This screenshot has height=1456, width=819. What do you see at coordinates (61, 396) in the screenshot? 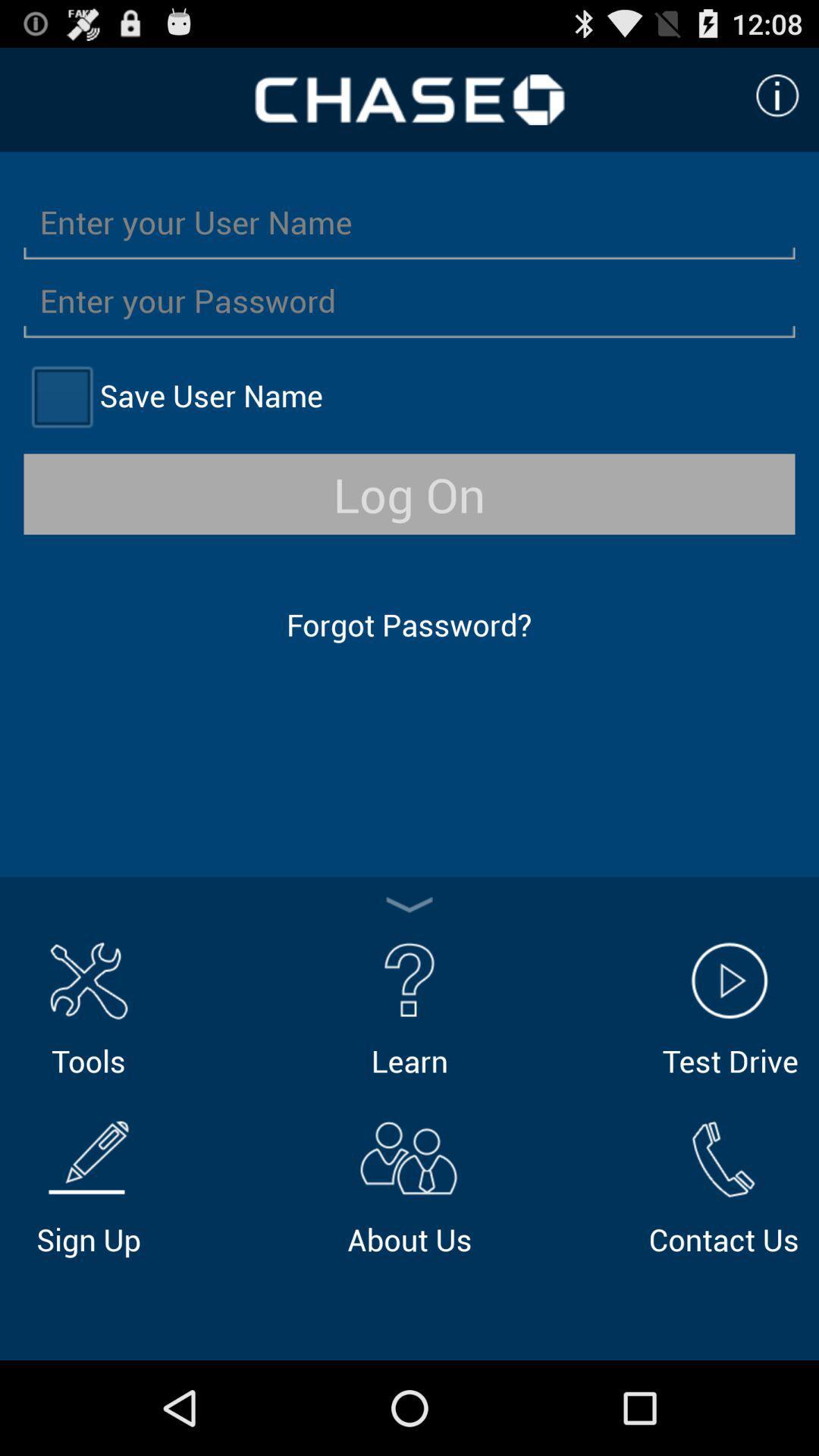
I see `the icon to the left of save user name item` at bounding box center [61, 396].